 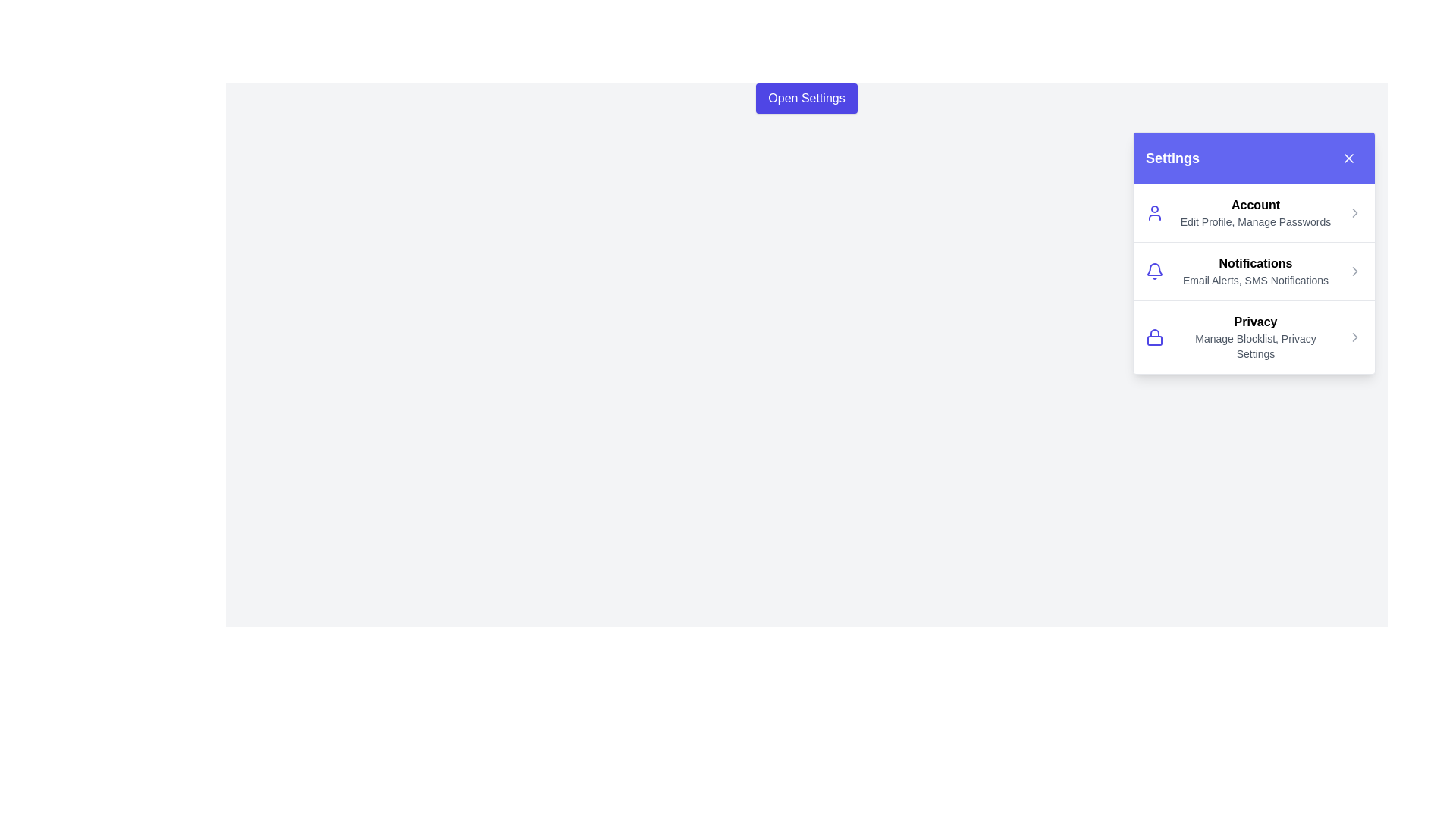 I want to click on the clickable arrow icon at the end of the 'Notifications' row in the settings menu, so click(x=1354, y=271).